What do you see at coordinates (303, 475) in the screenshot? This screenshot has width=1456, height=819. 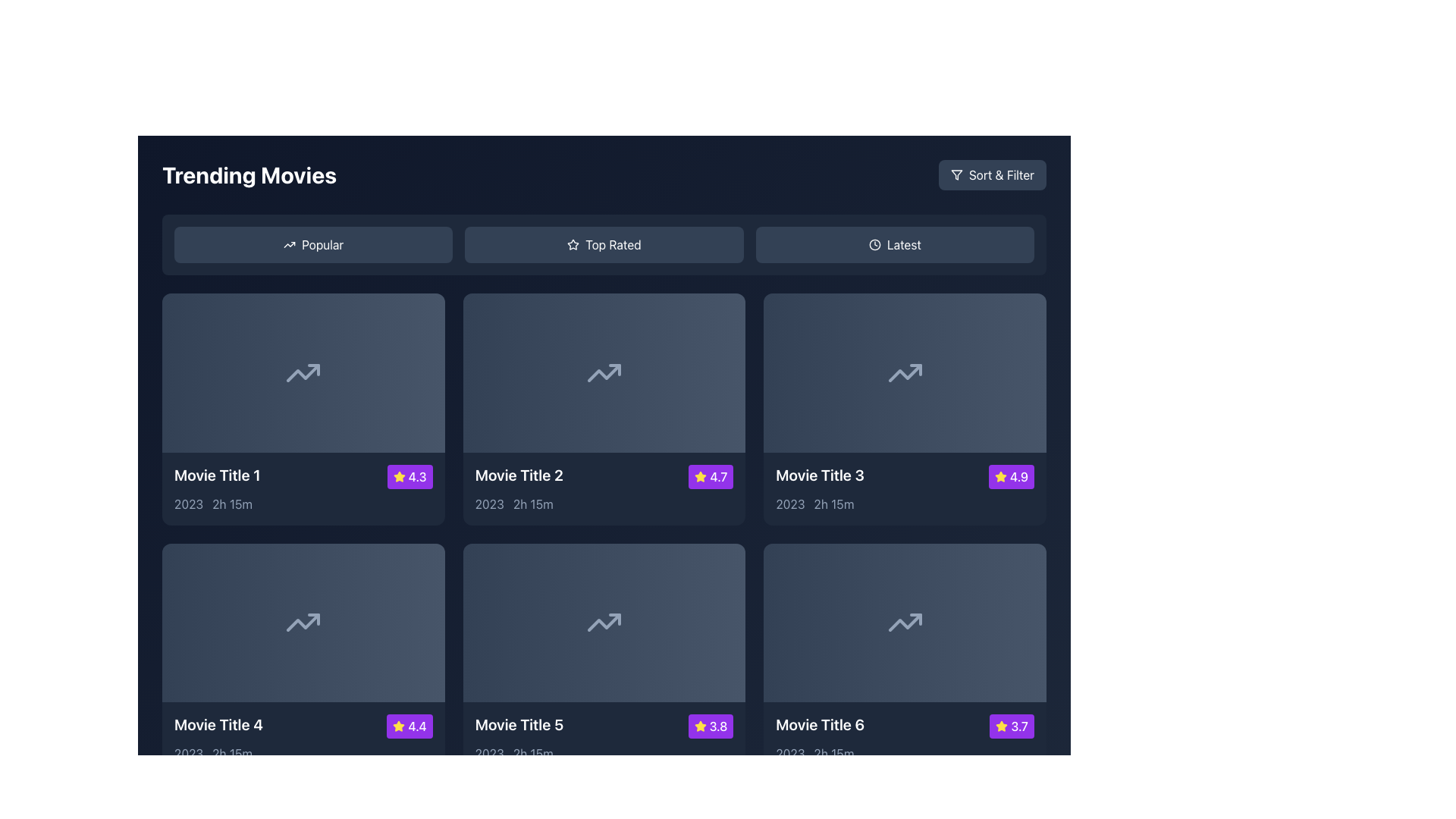 I see `the rating section of the List item titled 'Movie Title 1'` at bounding box center [303, 475].